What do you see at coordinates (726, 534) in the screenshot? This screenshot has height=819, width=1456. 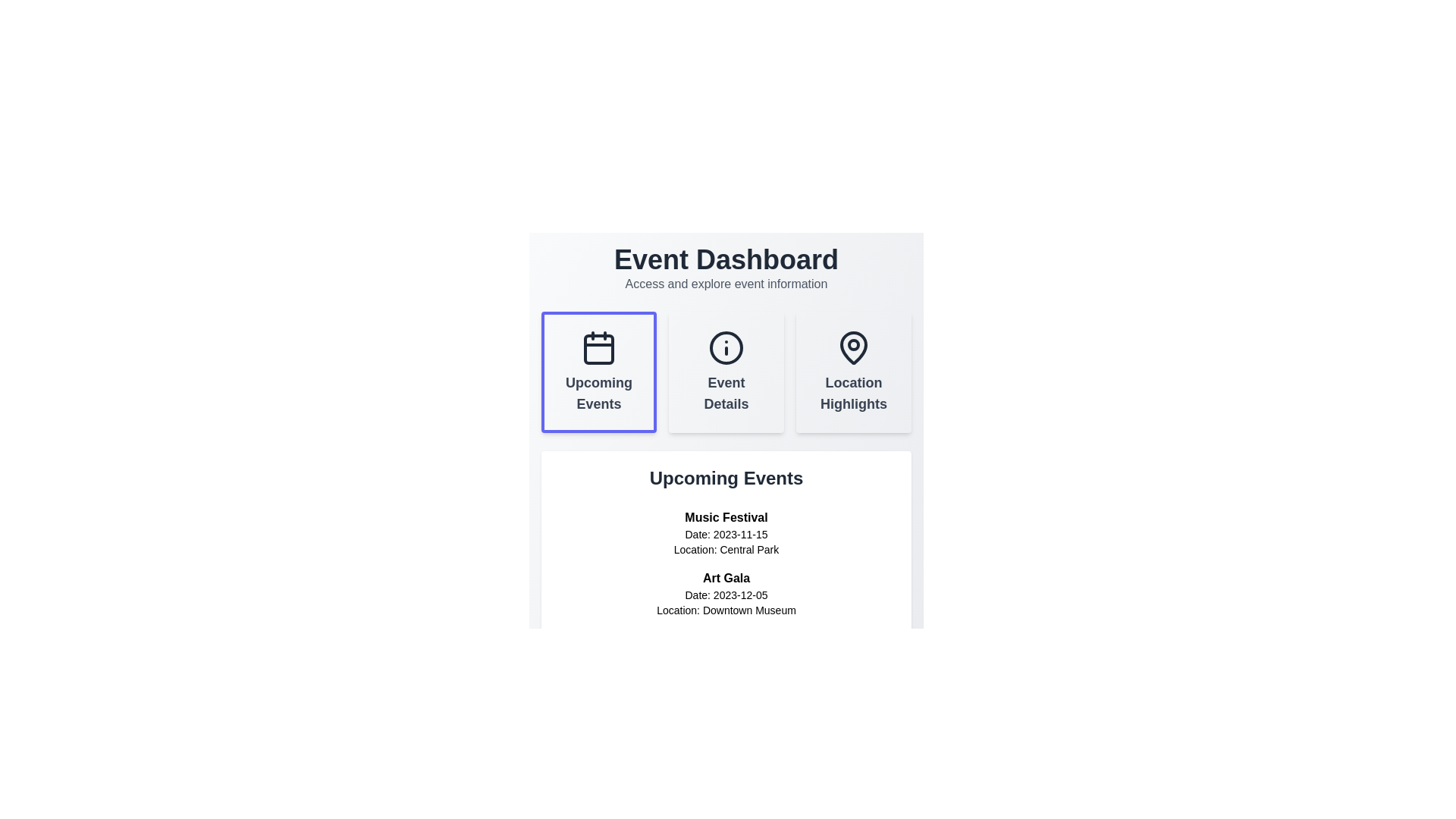 I see `the text element that reads 'Date: 2023-11-15', which is styled in a clean, sans-serif typeface and is located directly below the event name 'Music Festival'` at bounding box center [726, 534].